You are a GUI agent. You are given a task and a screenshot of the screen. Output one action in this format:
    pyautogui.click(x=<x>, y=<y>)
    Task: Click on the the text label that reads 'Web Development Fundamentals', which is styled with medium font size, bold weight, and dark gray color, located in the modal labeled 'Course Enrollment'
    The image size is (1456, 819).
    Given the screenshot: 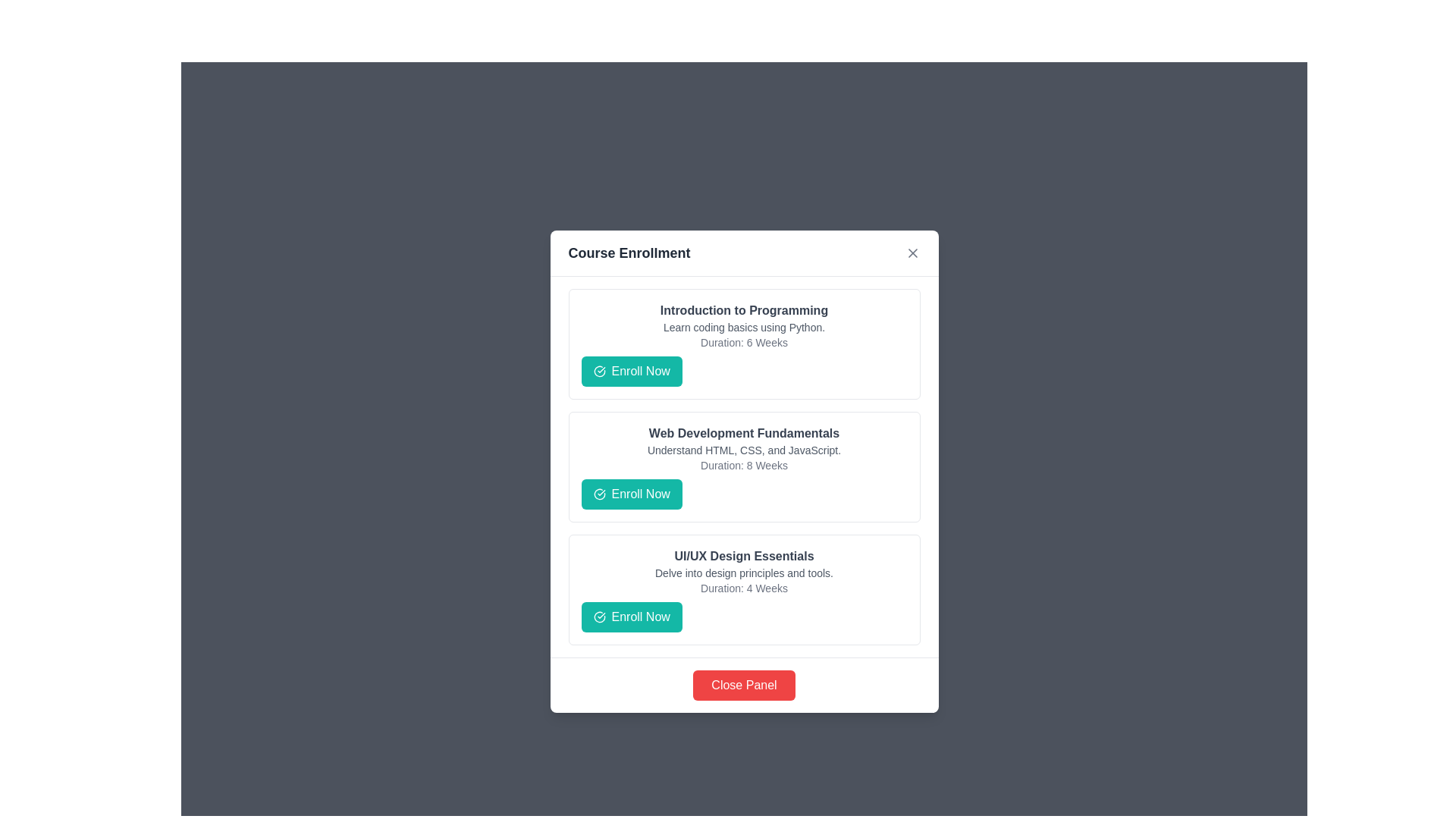 What is the action you would take?
    pyautogui.click(x=744, y=433)
    